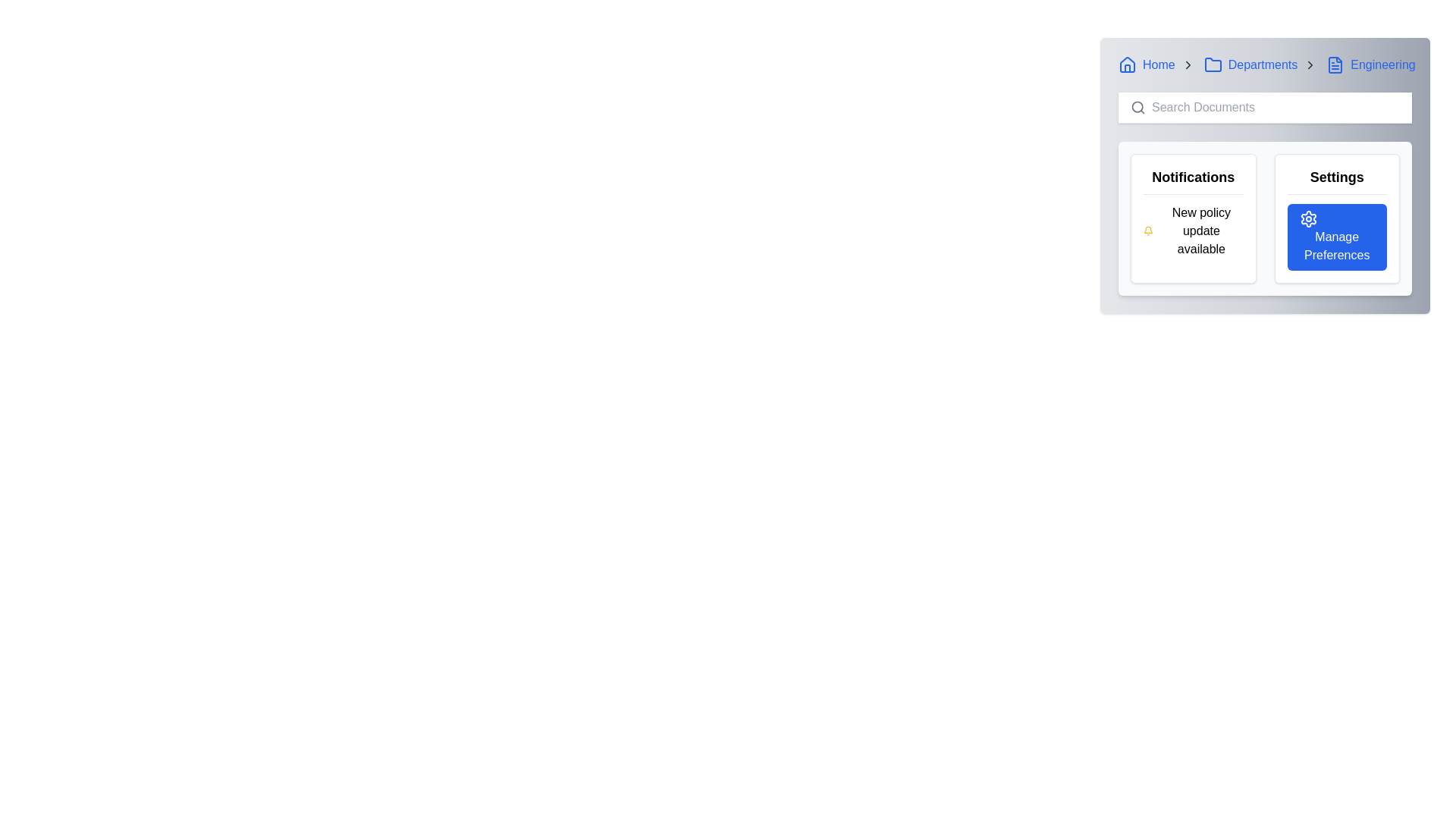 The image size is (1456, 819). Describe the element at coordinates (1310, 64) in the screenshot. I see `the rightward-pointing chevron icon in the breadcrumb navigation, located between 'Departments' and 'Engineering'` at that location.